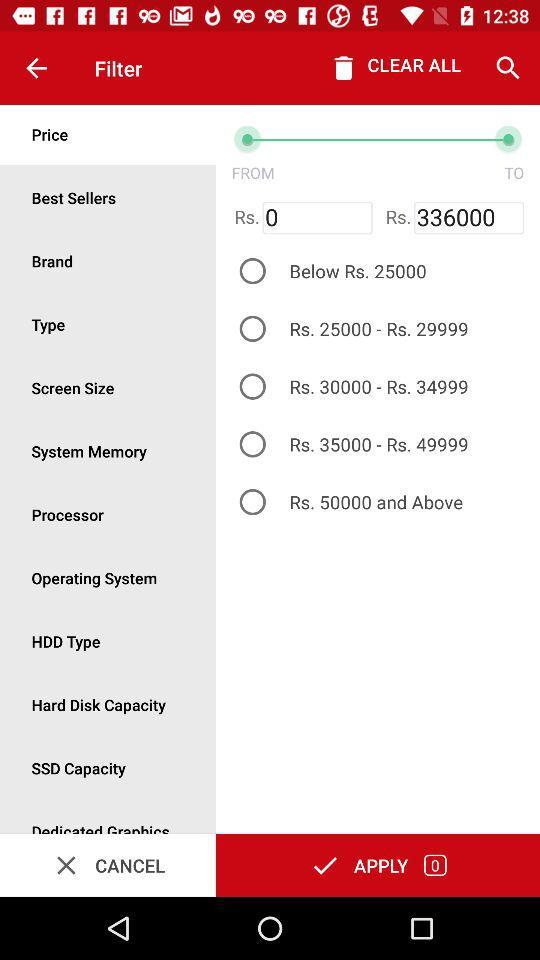 This screenshot has height=960, width=540. Describe the element at coordinates (469, 218) in the screenshot. I see `336000` at that location.